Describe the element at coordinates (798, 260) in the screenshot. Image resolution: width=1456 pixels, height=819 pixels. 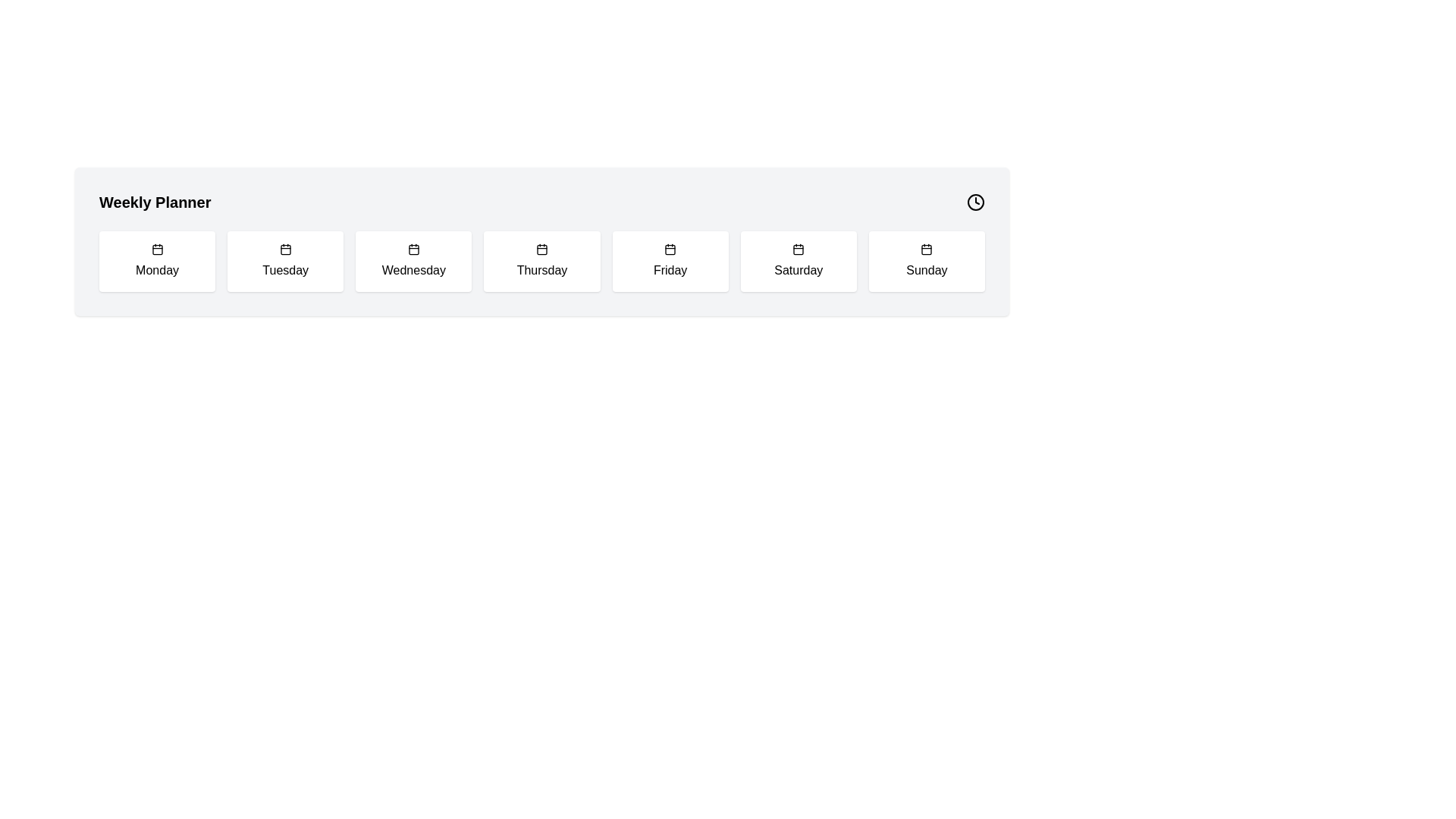
I see `the button representing 'Saturday', which has a white background and a calendar icon` at that location.